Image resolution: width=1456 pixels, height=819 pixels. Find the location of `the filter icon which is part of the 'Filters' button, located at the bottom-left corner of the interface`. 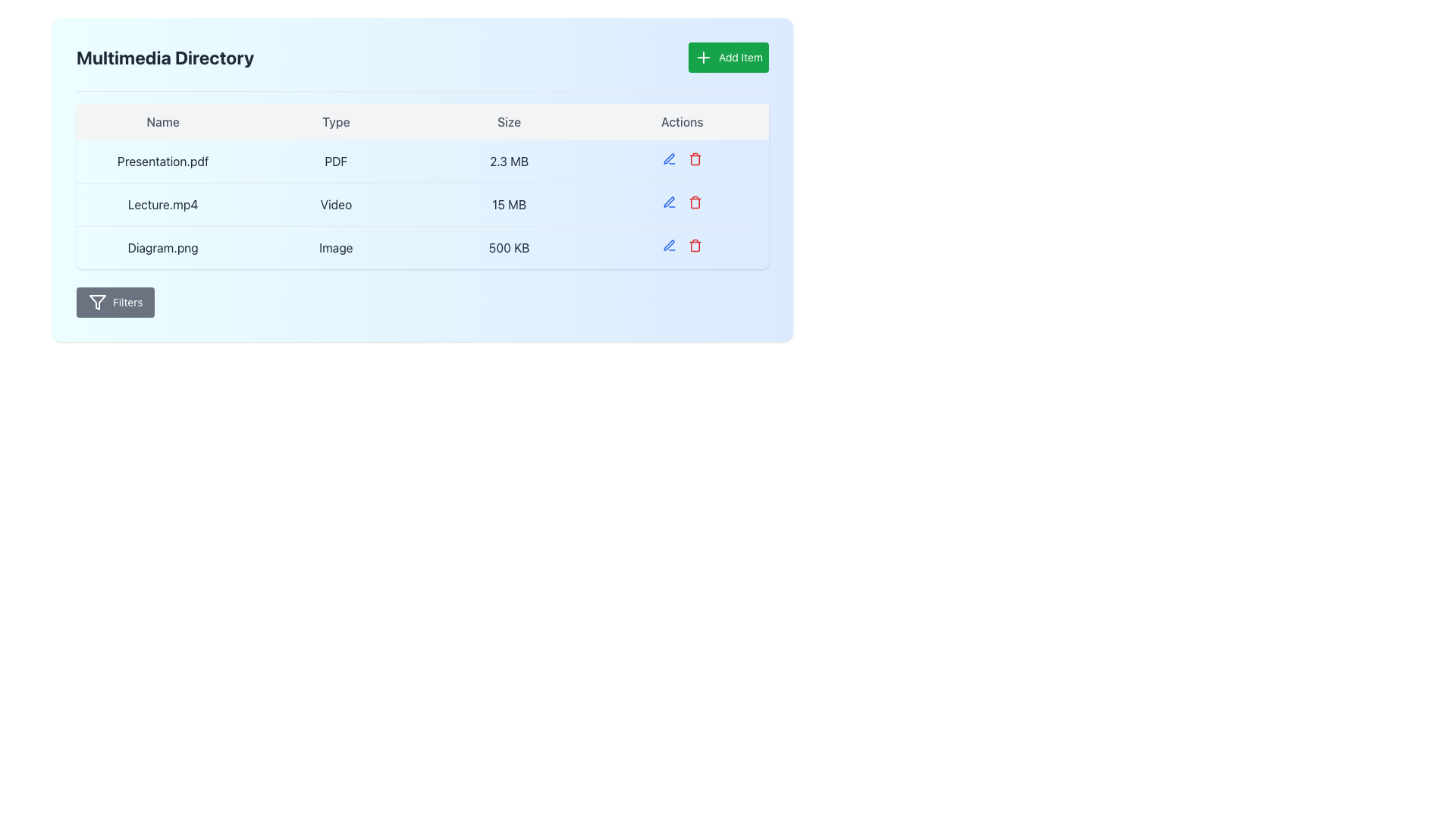

the filter icon which is part of the 'Filters' button, located at the bottom-left corner of the interface is located at coordinates (97, 302).